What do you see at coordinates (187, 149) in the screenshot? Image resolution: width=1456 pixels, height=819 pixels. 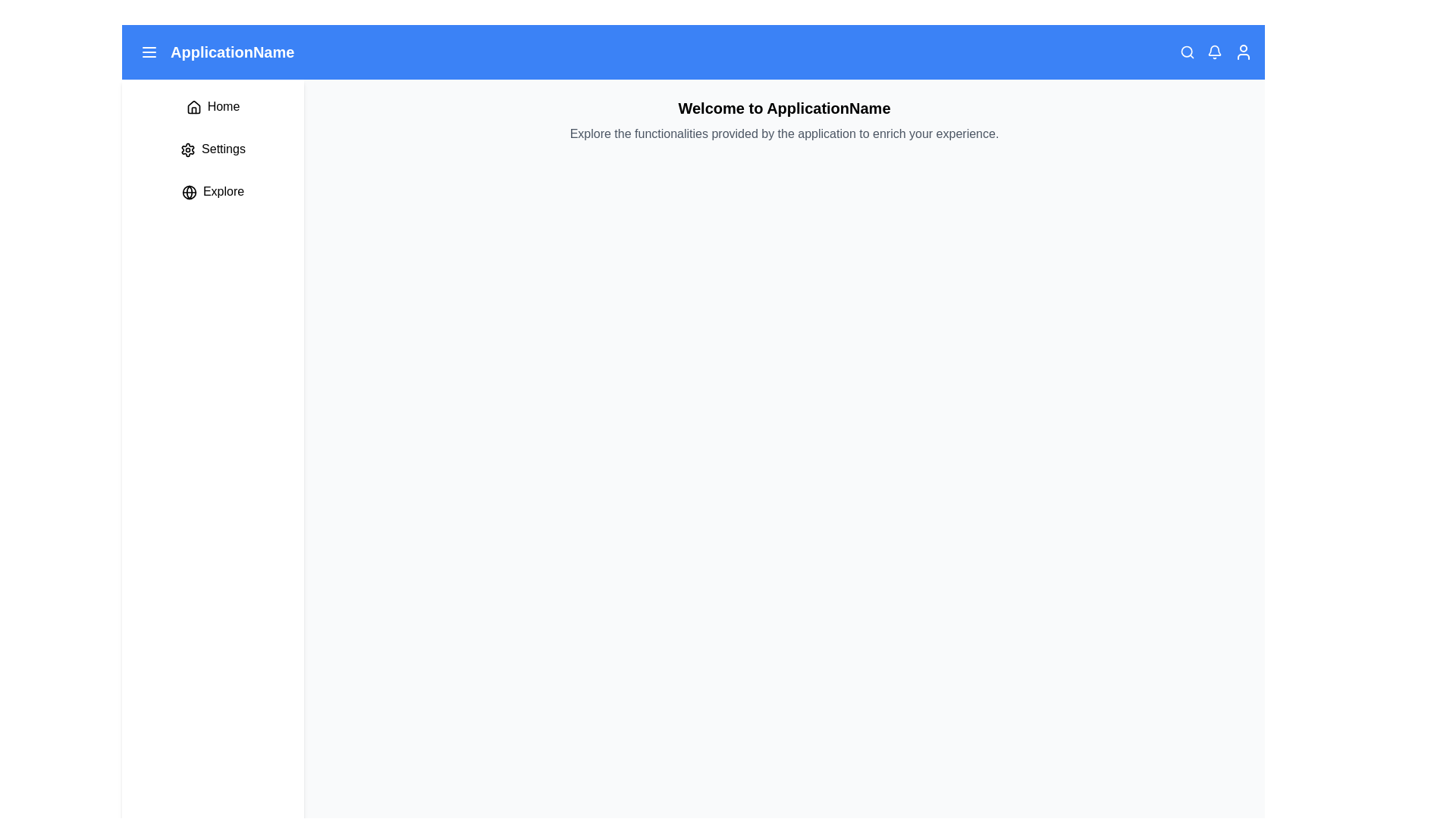 I see `the settings icon located in the vertical sidebar of the application, positioned below the Home menu item and above the Explore menu item` at bounding box center [187, 149].